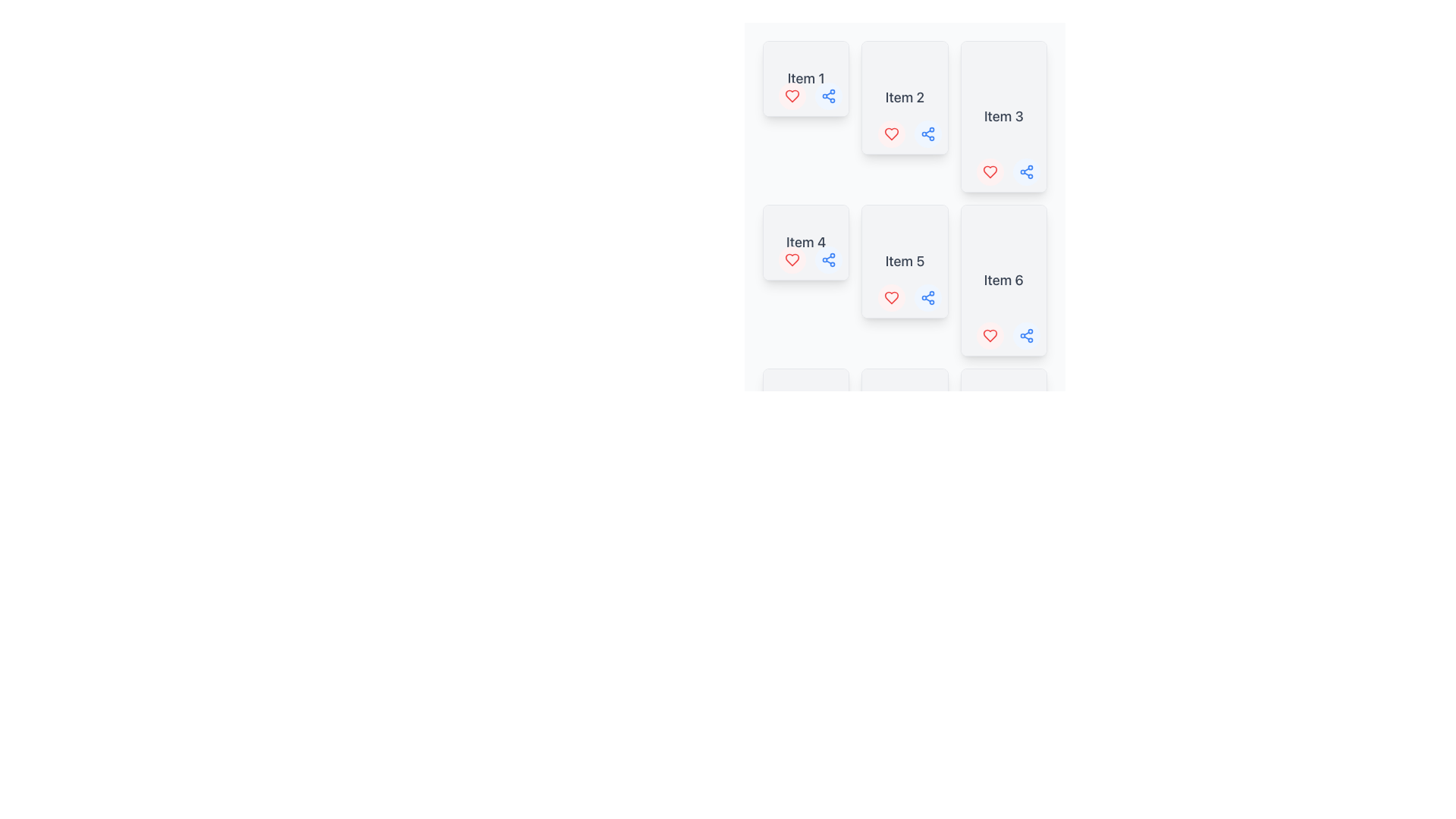  What do you see at coordinates (990, 171) in the screenshot?
I see `the heart-shaped icon in red color located in the bottom-right corner of the card labeled 'Item 3' to like the item` at bounding box center [990, 171].